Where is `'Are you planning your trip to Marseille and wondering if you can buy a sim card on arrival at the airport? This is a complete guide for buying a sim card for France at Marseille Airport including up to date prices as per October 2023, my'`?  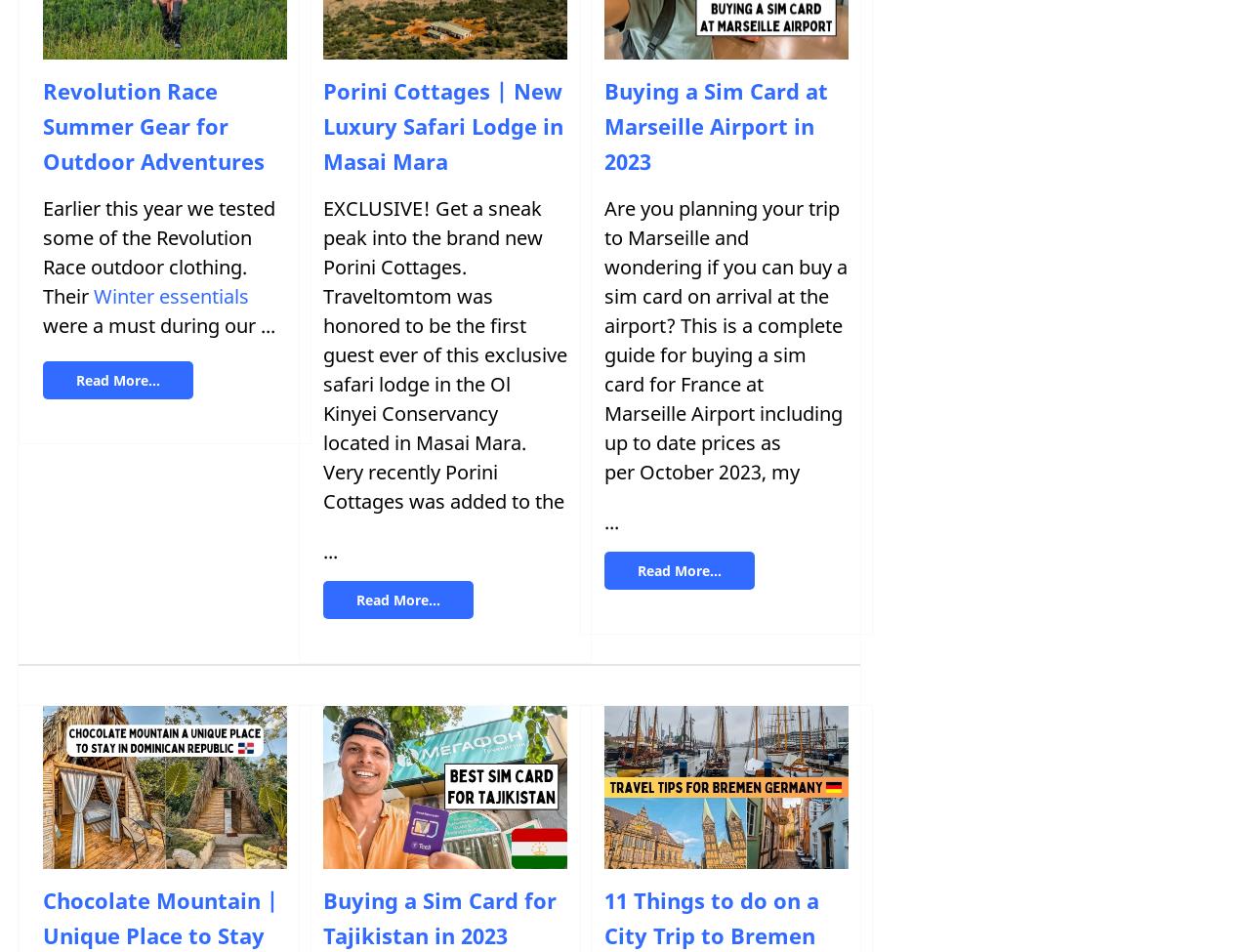 'Are you planning your trip to Marseille and wondering if you can buy a sim card on arrival at the airport? This is a complete guide for buying a sim card for France at Marseille Airport including up to date prices as per October 2023, my' is located at coordinates (602, 339).